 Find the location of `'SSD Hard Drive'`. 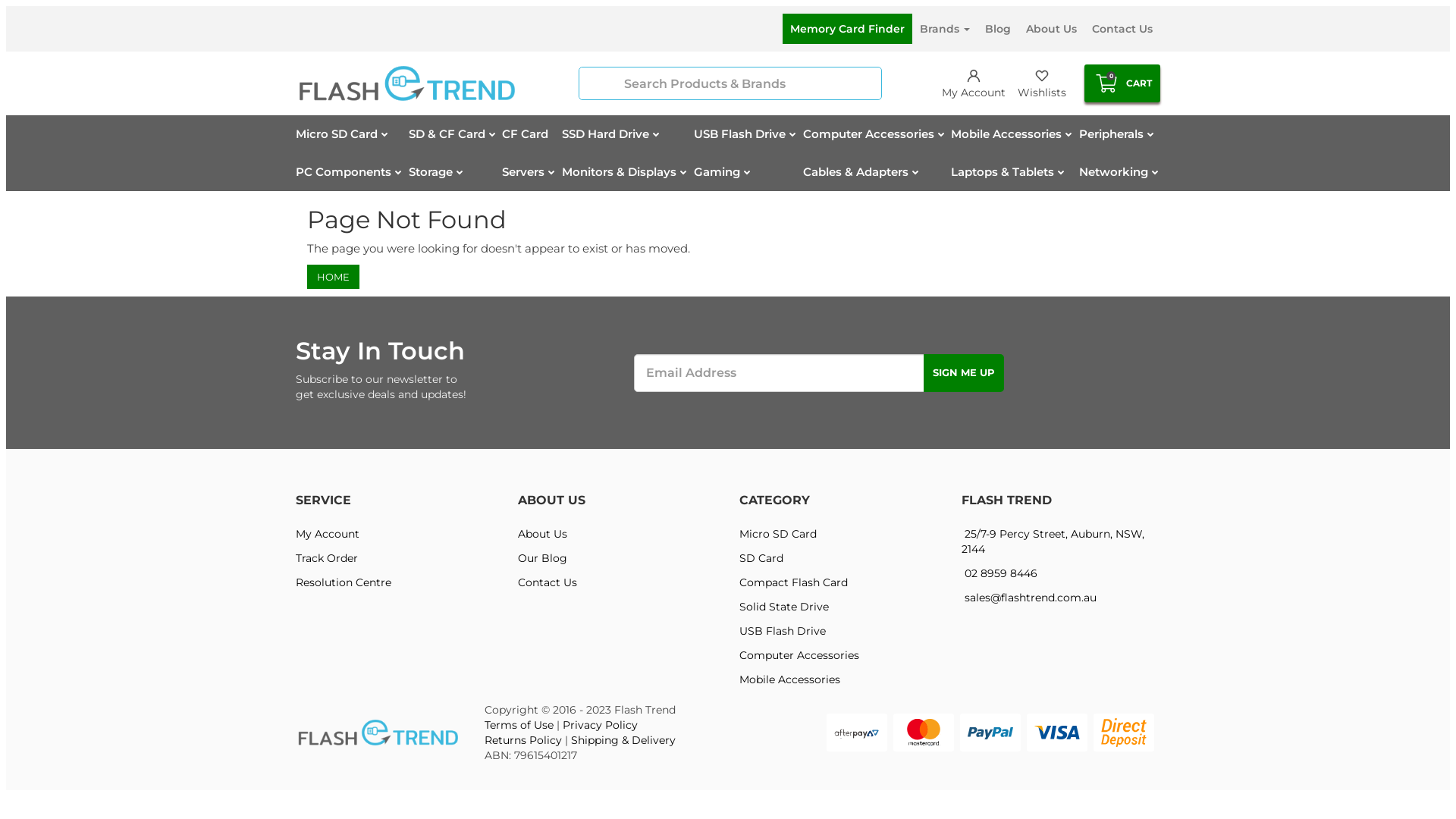

'SSD Hard Drive' is located at coordinates (611, 133).